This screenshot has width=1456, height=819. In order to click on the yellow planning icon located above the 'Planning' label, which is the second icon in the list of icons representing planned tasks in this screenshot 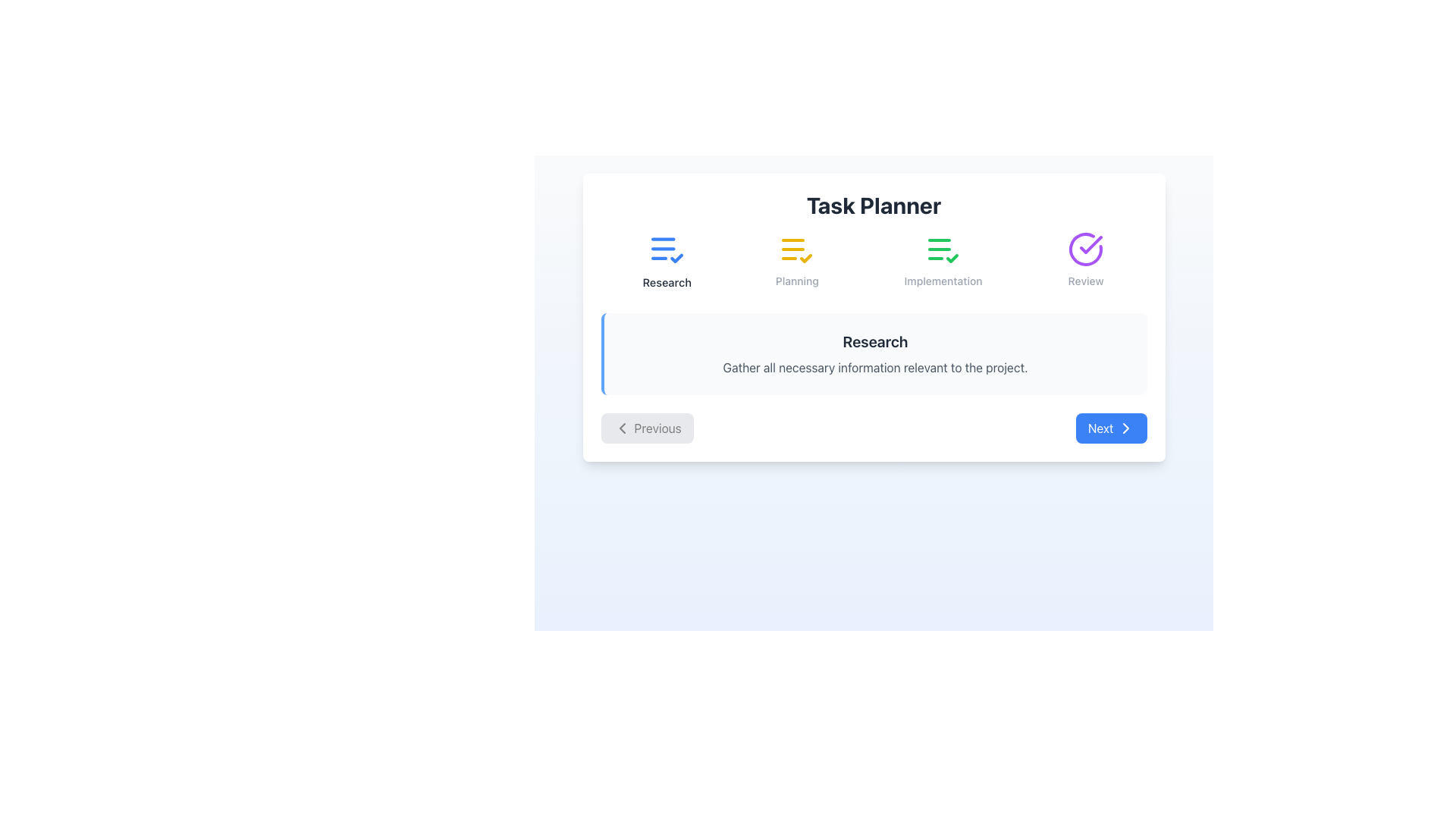, I will do `click(796, 248)`.